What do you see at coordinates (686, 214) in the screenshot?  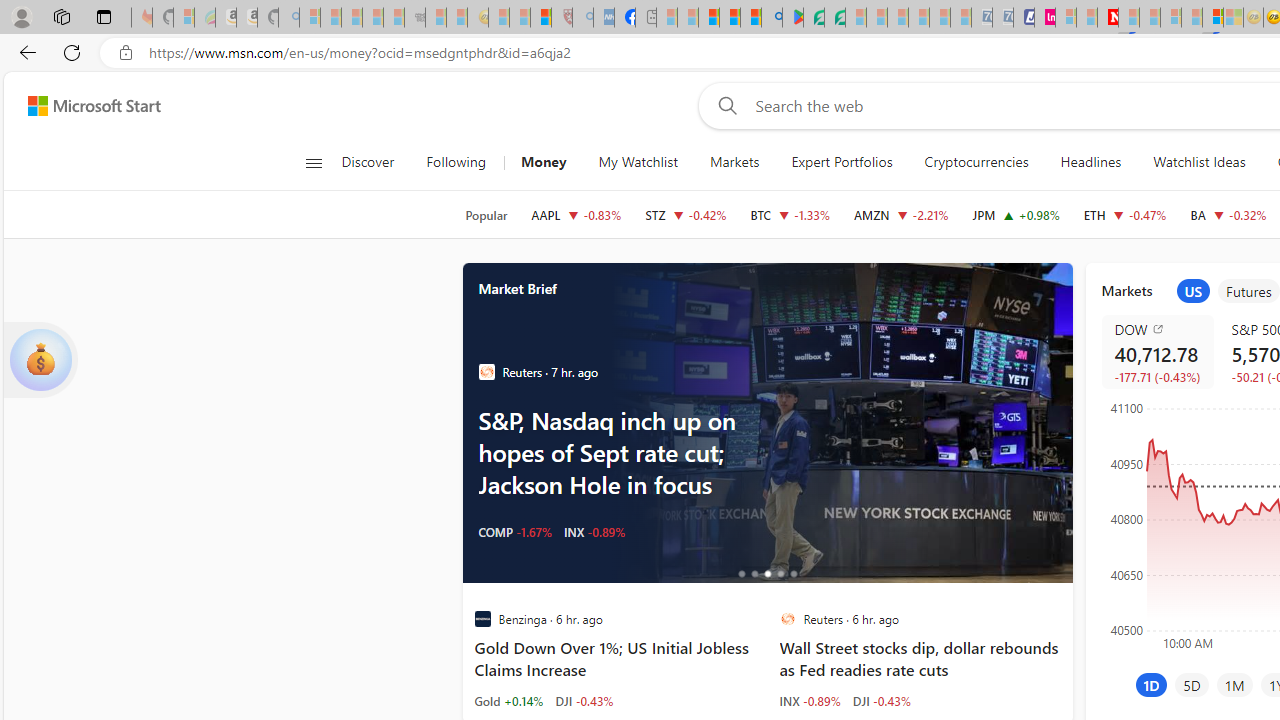 I see `'STZ CONSTELLATION BRANDS, INC. decrease 243.70 -1.04 -0.42%'` at bounding box center [686, 214].